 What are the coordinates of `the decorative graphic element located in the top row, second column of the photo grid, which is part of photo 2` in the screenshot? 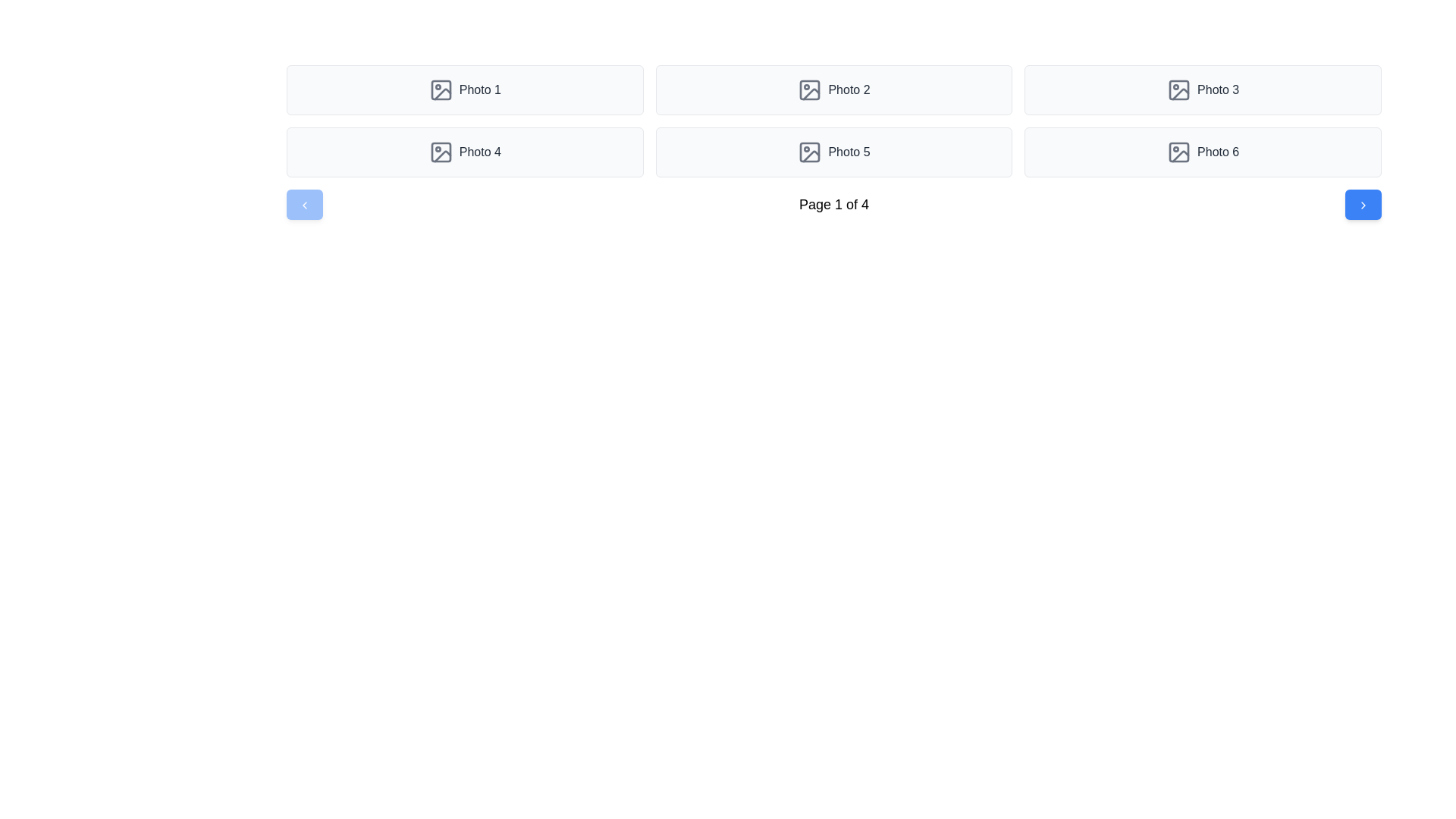 It's located at (809, 90).